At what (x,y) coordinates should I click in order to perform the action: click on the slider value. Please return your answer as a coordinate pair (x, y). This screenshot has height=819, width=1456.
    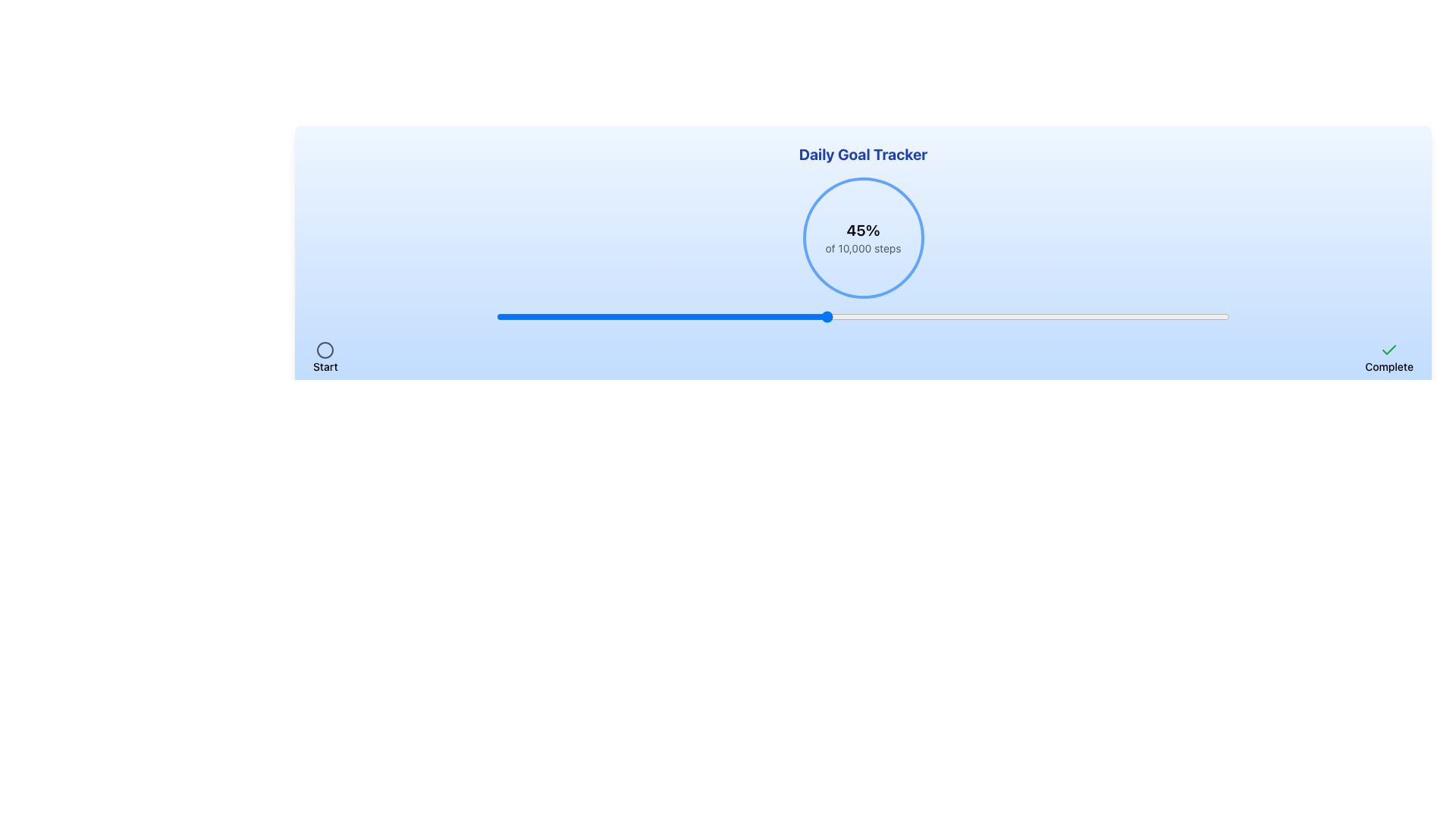
    Looking at the image, I should click on (885, 315).